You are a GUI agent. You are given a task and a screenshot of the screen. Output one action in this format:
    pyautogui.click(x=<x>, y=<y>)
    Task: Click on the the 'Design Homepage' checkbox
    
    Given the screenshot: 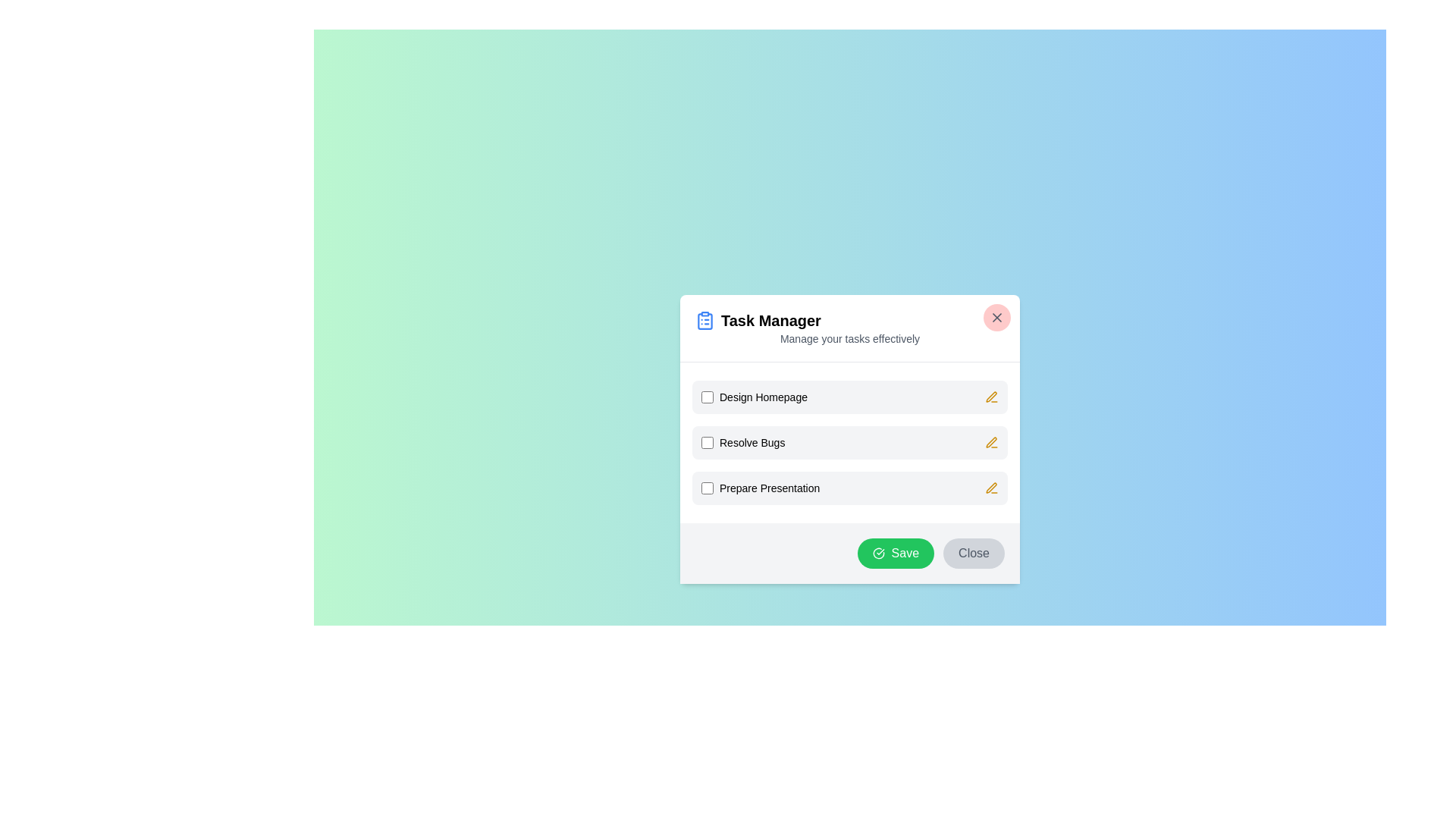 What is the action you would take?
    pyautogui.click(x=706, y=396)
    